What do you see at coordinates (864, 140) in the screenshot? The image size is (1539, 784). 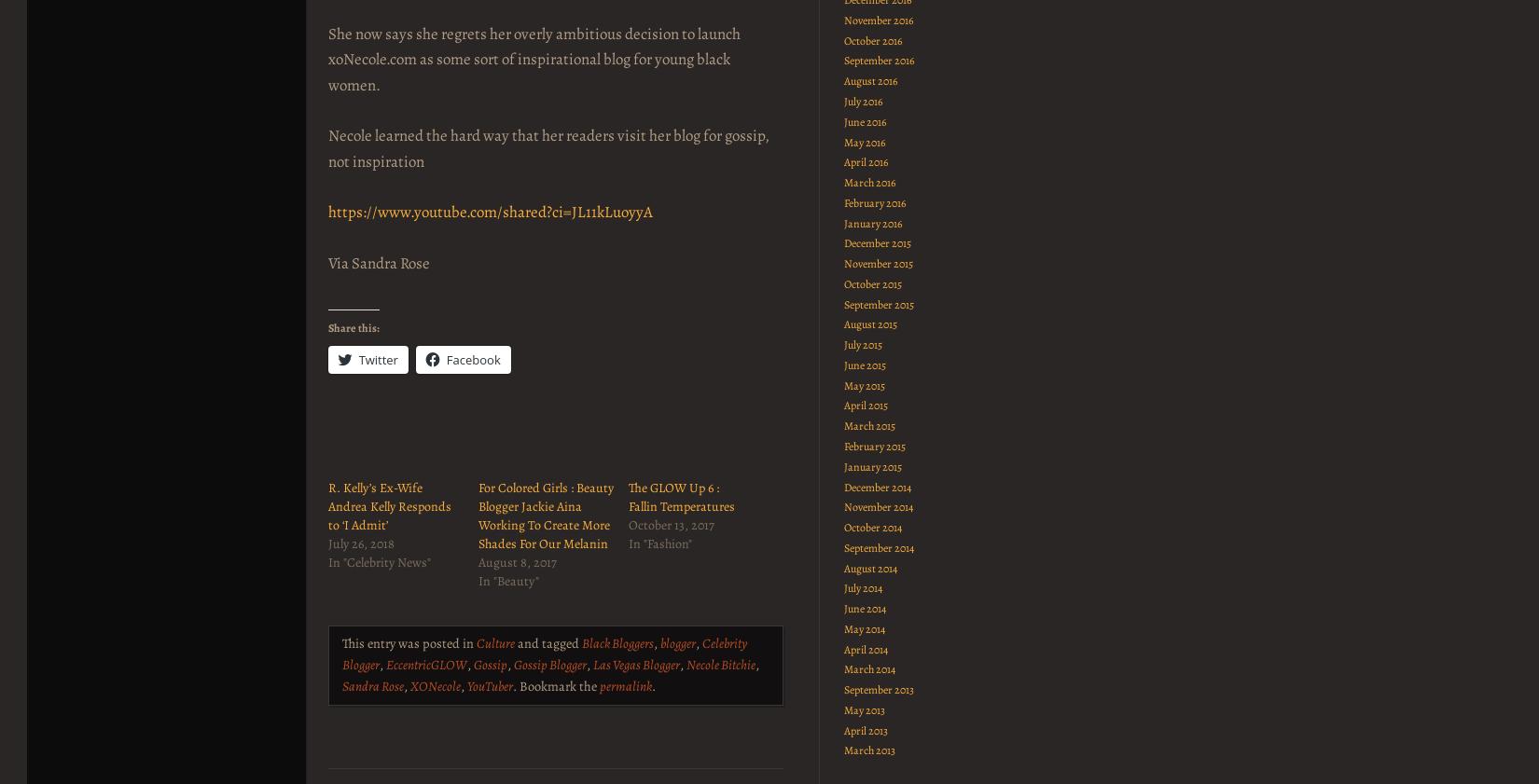 I see `'May 2016'` at bounding box center [864, 140].